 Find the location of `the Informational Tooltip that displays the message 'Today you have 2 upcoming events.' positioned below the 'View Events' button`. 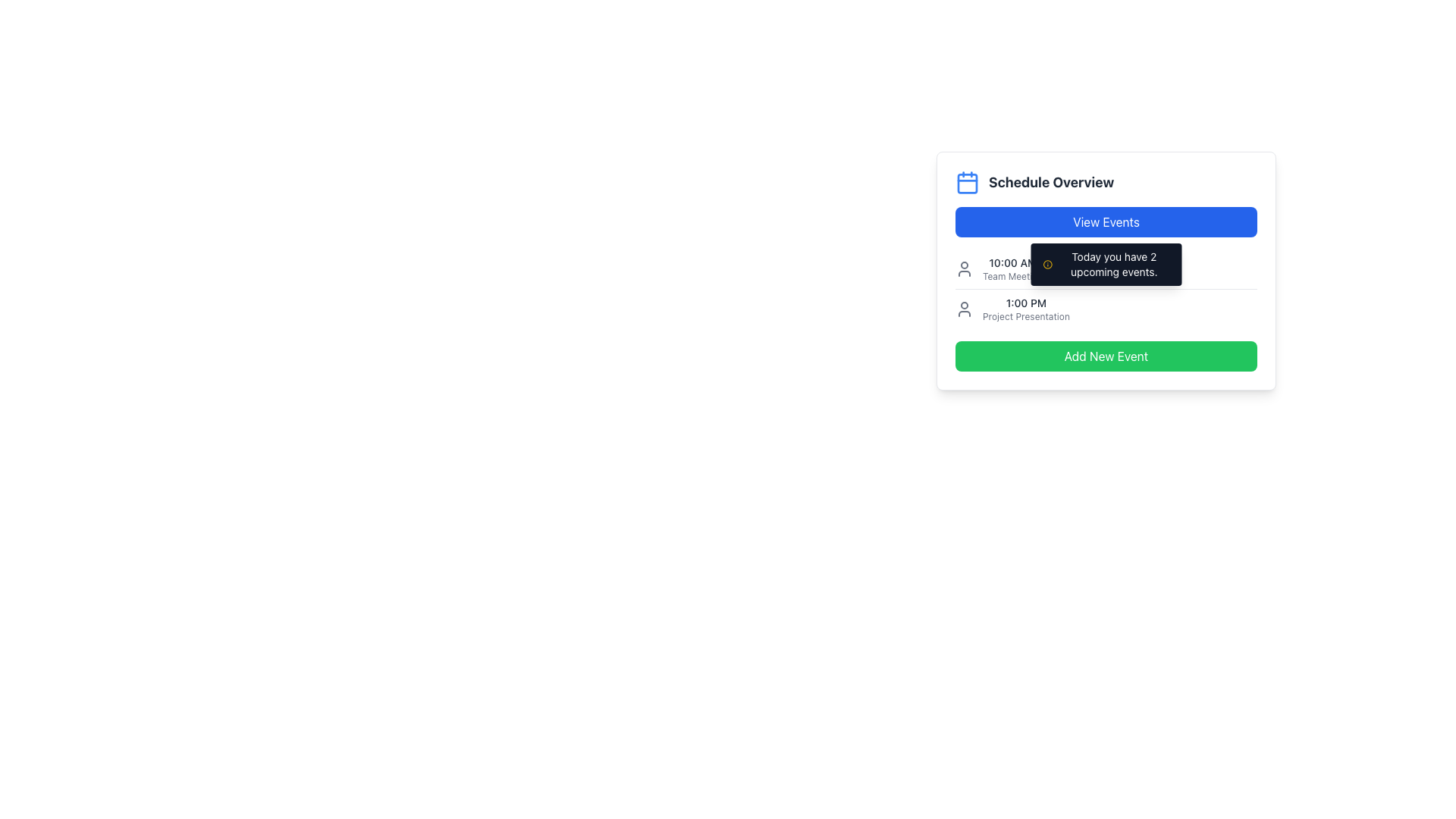

the Informational Tooltip that displays the message 'Today you have 2 upcoming events.' positioned below the 'View Events' button is located at coordinates (1106, 263).